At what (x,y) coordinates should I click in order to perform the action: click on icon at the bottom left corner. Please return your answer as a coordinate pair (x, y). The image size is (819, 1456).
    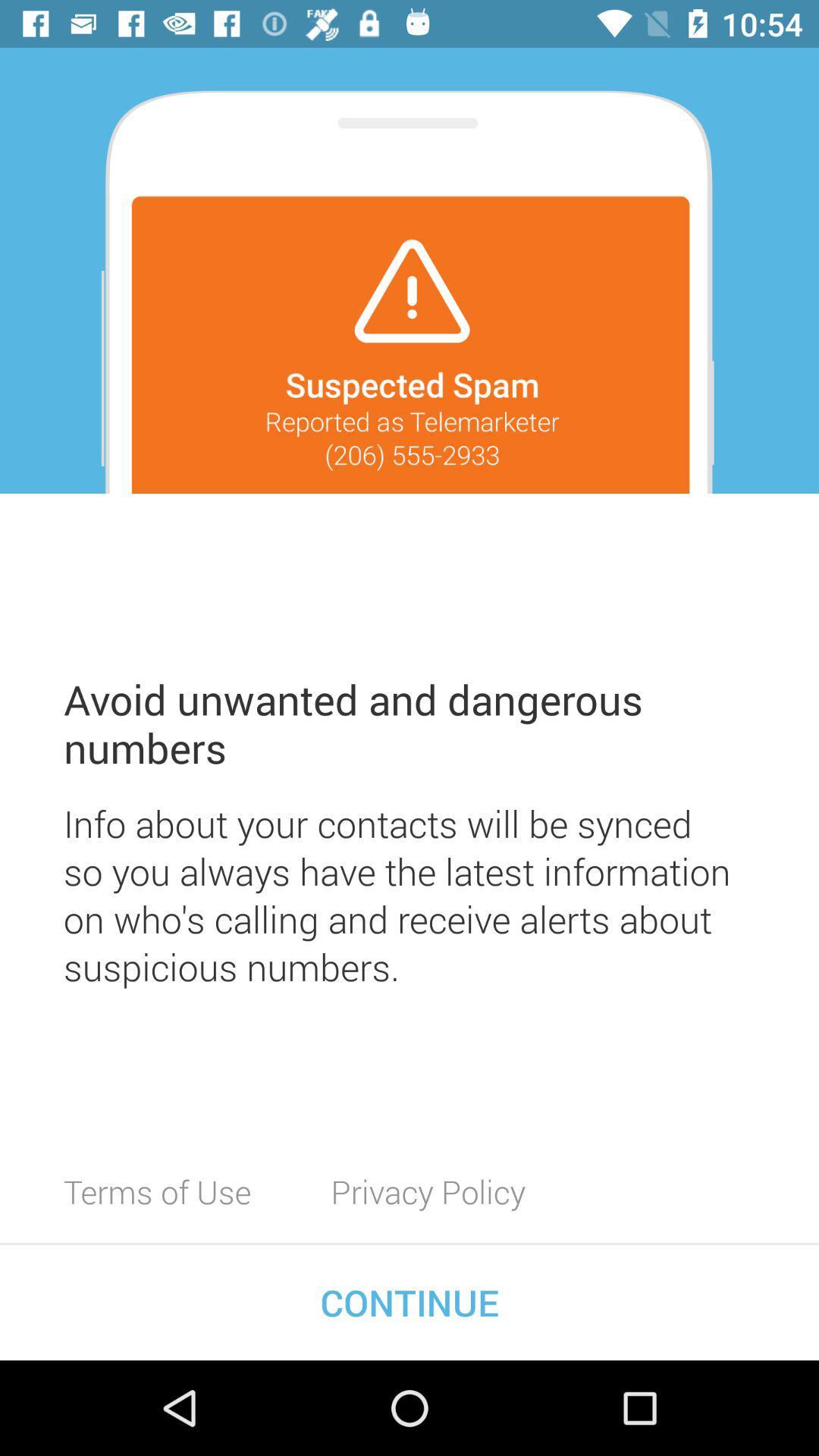
    Looking at the image, I should click on (157, 1191).